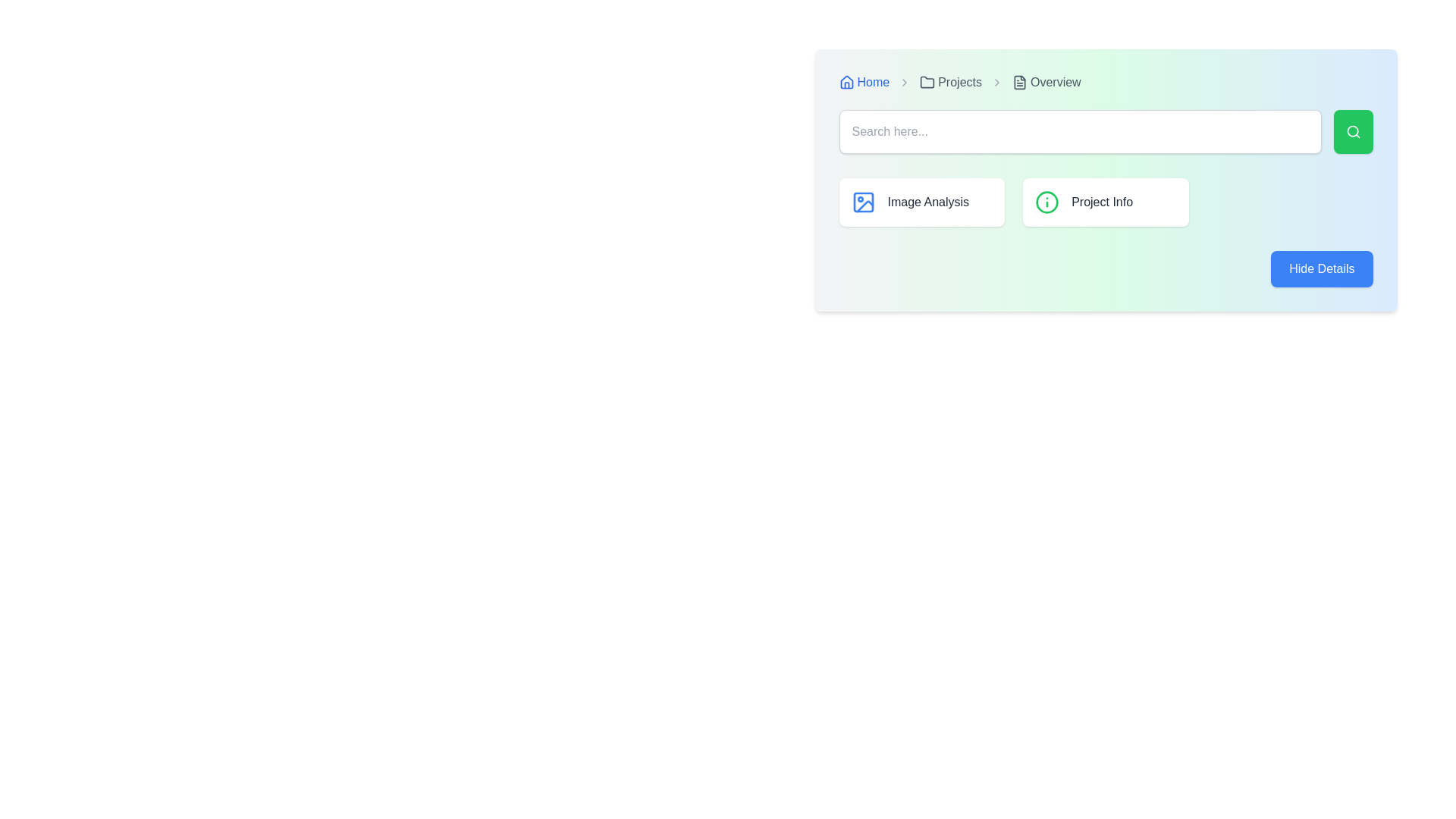 The width and height of the screenshot is (1456, 819). Describe the element at coordinates (1353, 130) in the screenshot. I see `the search button located to the right of the text input field labeled 'Search here...' to change its background color` at that location.